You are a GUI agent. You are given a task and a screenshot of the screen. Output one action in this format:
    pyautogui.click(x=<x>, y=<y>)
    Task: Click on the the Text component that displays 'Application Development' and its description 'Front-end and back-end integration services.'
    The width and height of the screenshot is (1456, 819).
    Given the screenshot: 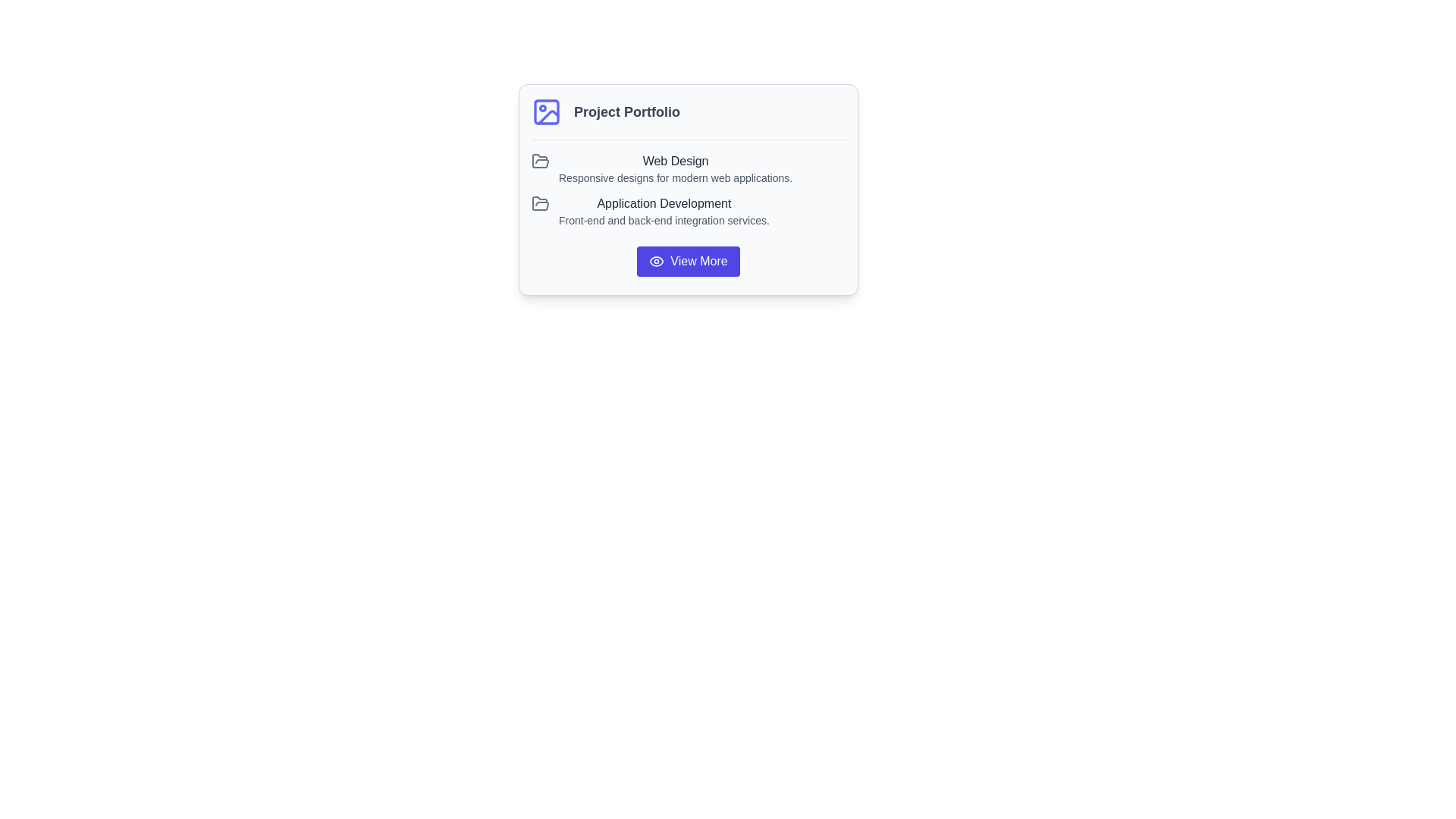 What is the action you would take?
    pyautogui.click(x=664, y=211)
    